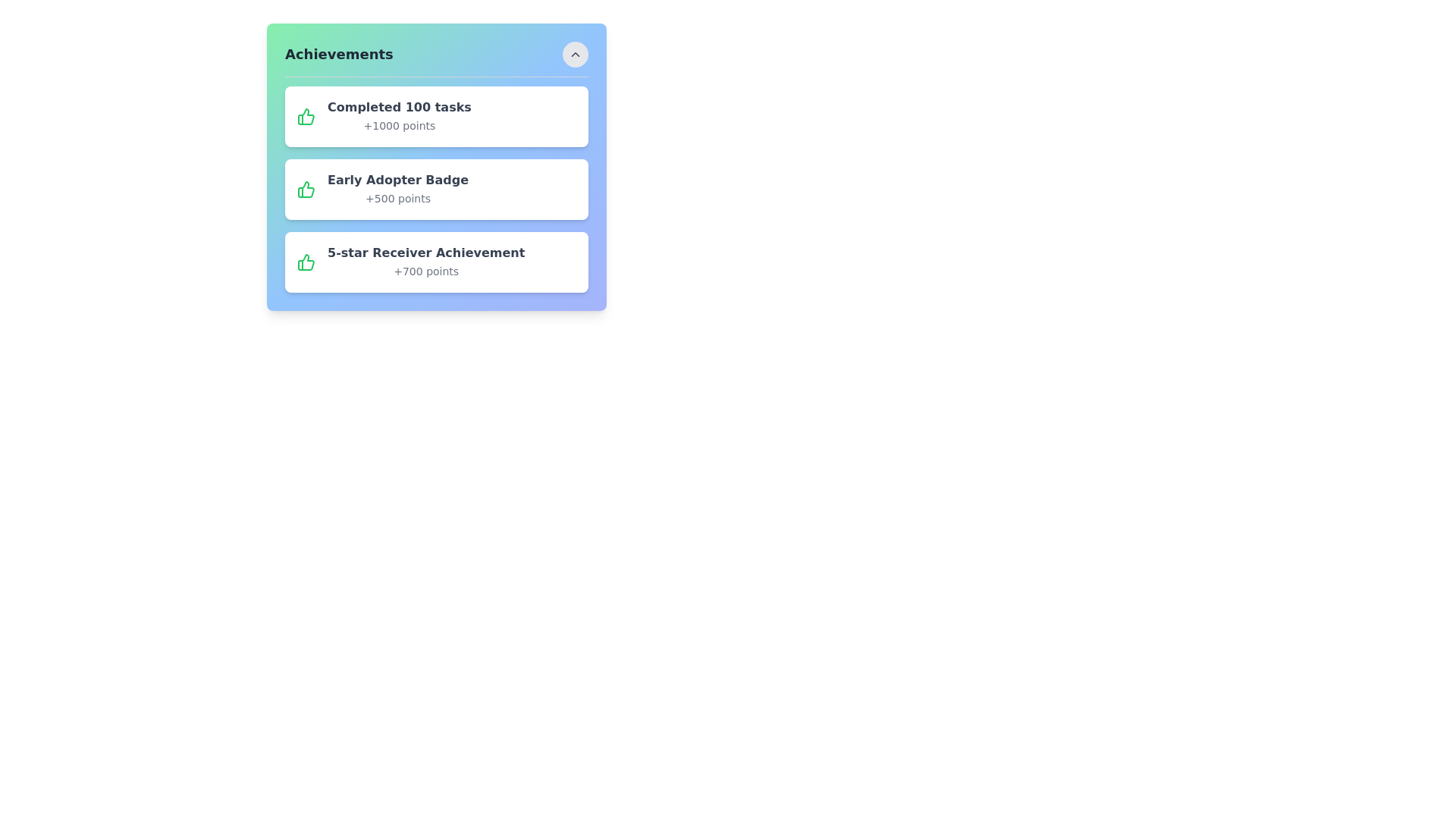 Image resolution: width=1456 pixels, height=819 pixels. I want to click on the green thumbs-up icon, which is the second in a vertically stacked list, to interact with it, so click(305, 189).